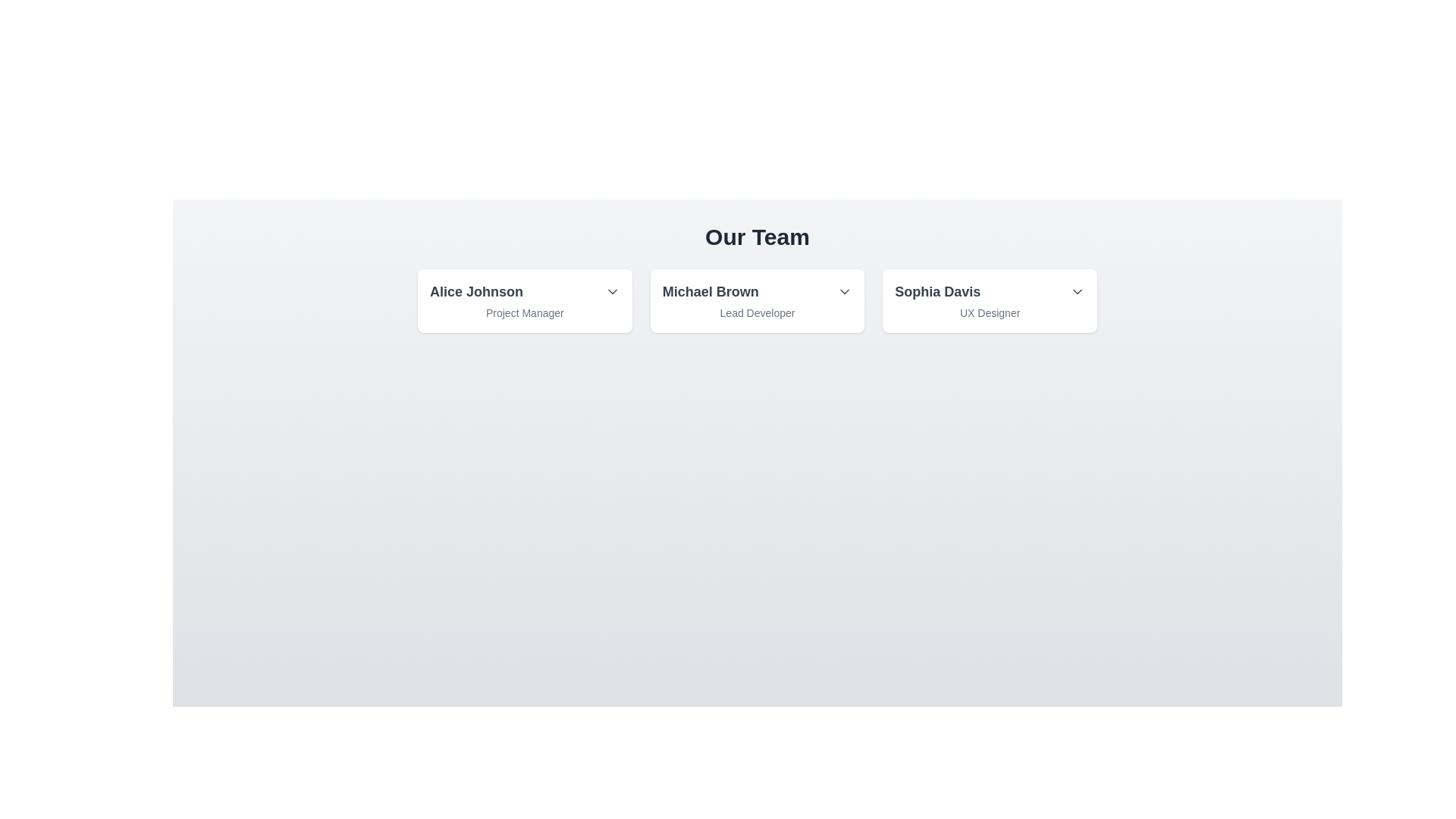 Image resolution: width=1456 pixels, height=819 pixels. Describe the element at coordinates (612, 292) in the screenshot. I see `the downward-facing chevron icon on the right side of the 'Alice Johnson' component` at that location.